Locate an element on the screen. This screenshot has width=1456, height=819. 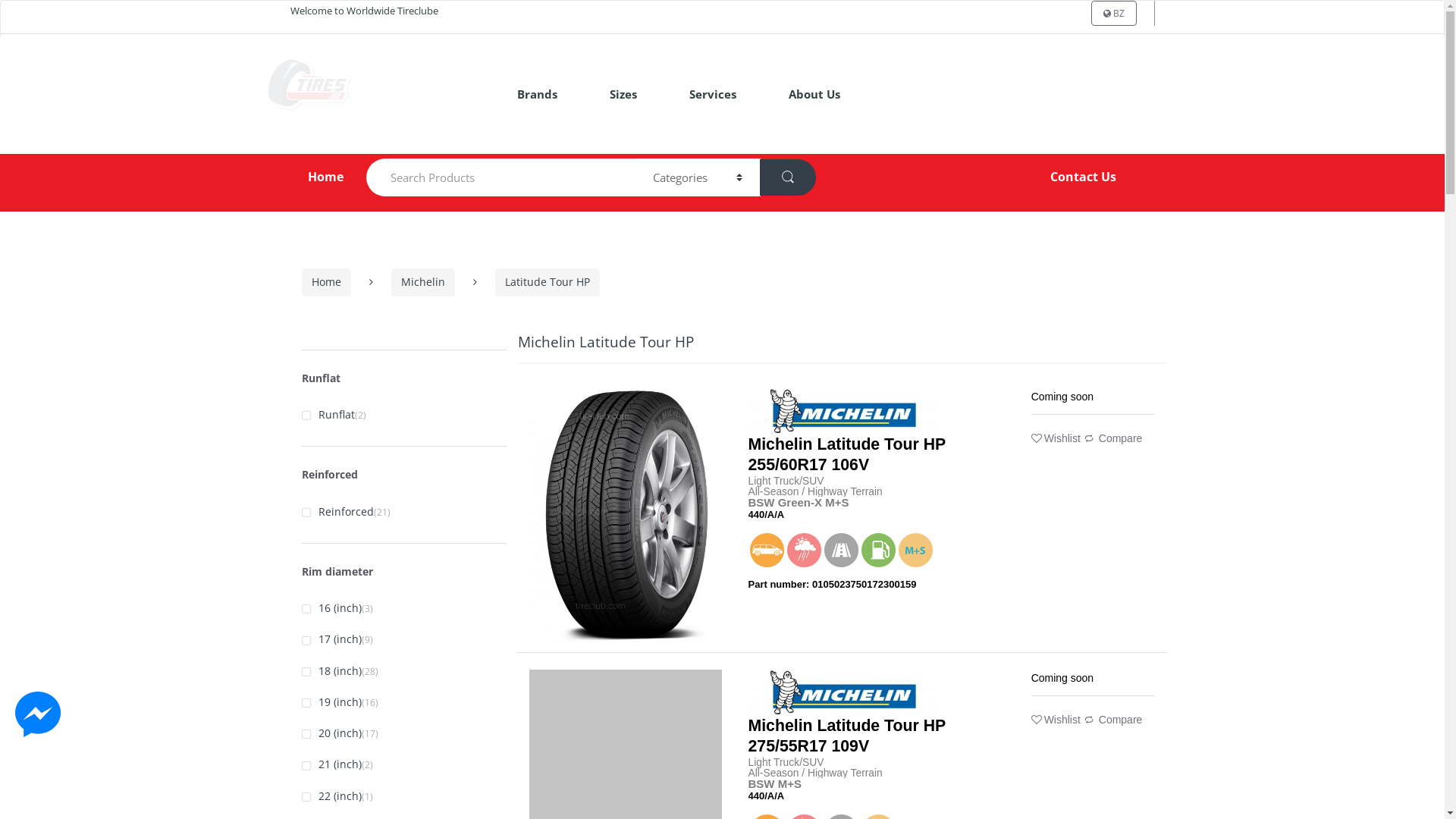
'20 (inch)' is located at coordinates (331, 733).